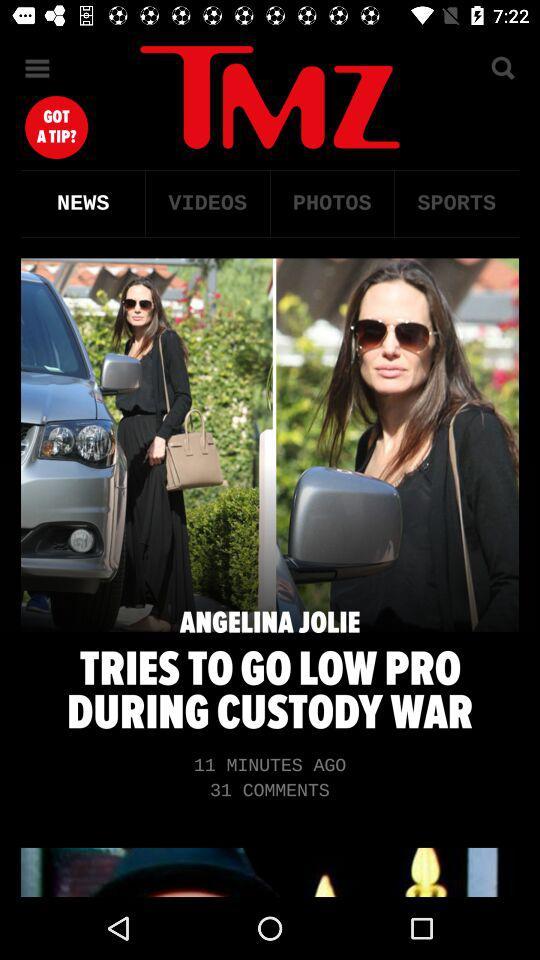  What do you see at coordinates (501, 68) in the screenshot?
I see `open search` at bounding box center [501, 68].